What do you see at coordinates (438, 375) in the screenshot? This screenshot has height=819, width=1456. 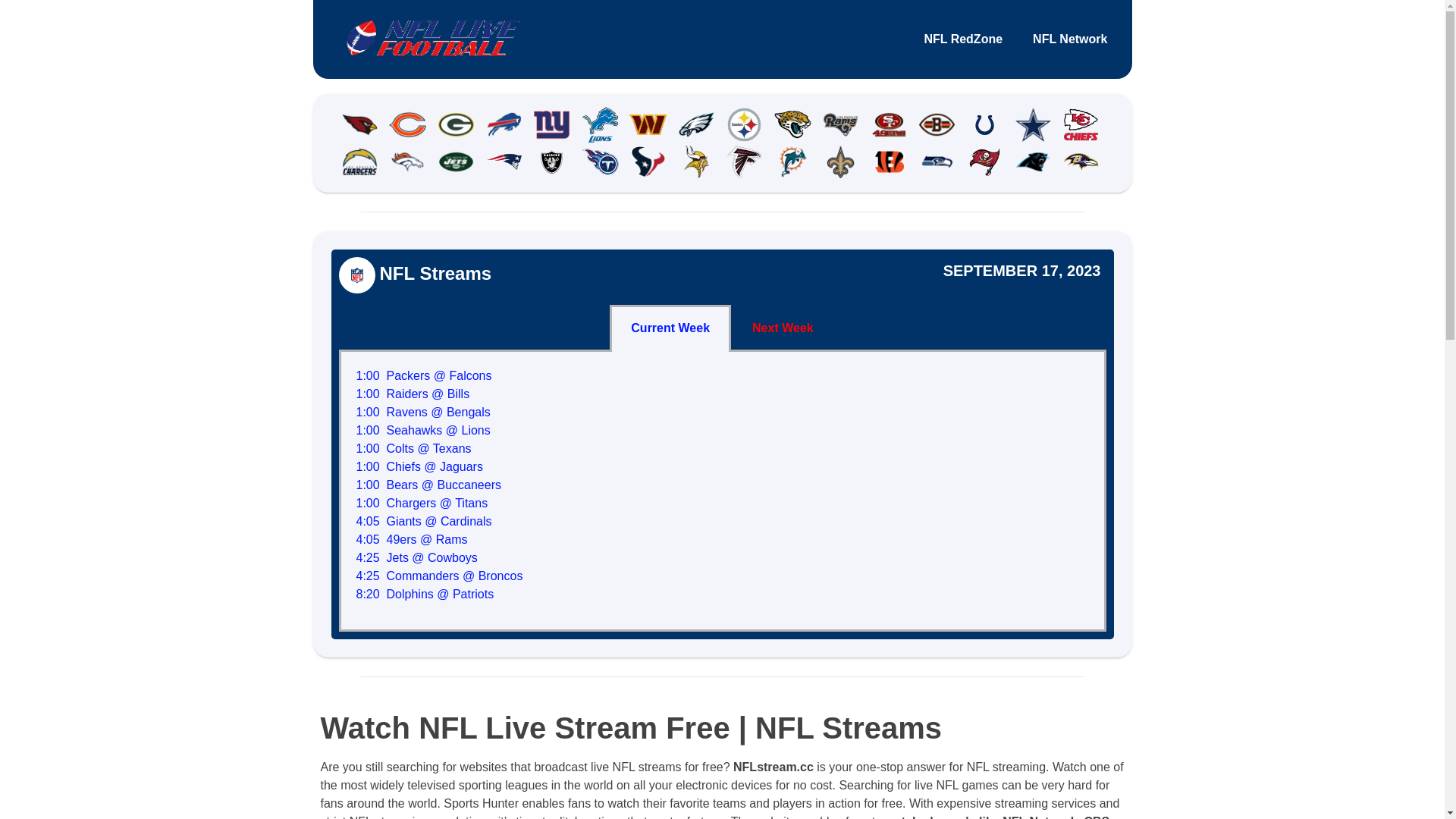 I see `'Packers @ Falcons'` at bounding box center [438, 375].